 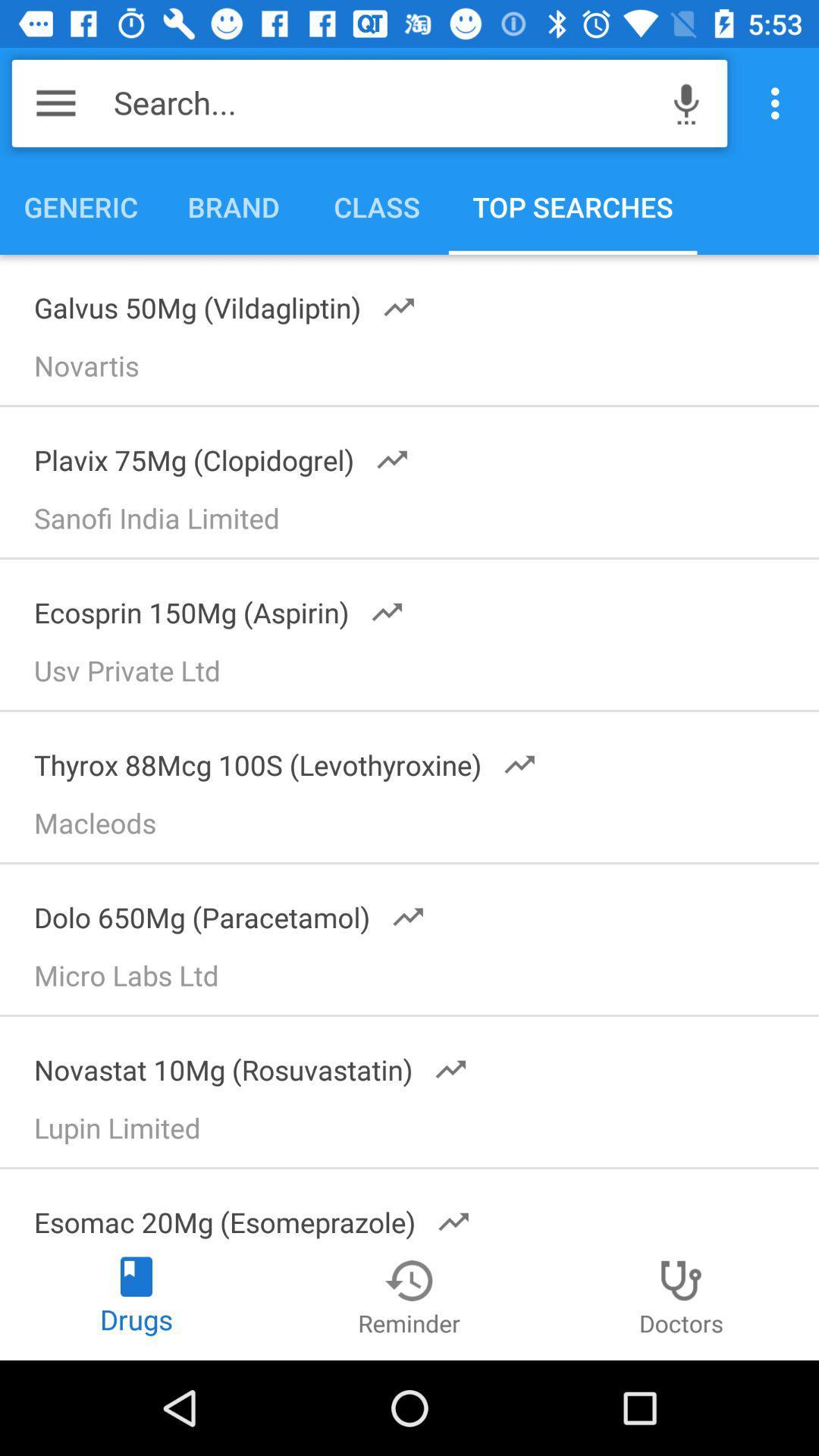 What do you see at coordinates (55, 102) in the screenshot?
I see `item to the left of search... icon` at bounding box center [55, 102].